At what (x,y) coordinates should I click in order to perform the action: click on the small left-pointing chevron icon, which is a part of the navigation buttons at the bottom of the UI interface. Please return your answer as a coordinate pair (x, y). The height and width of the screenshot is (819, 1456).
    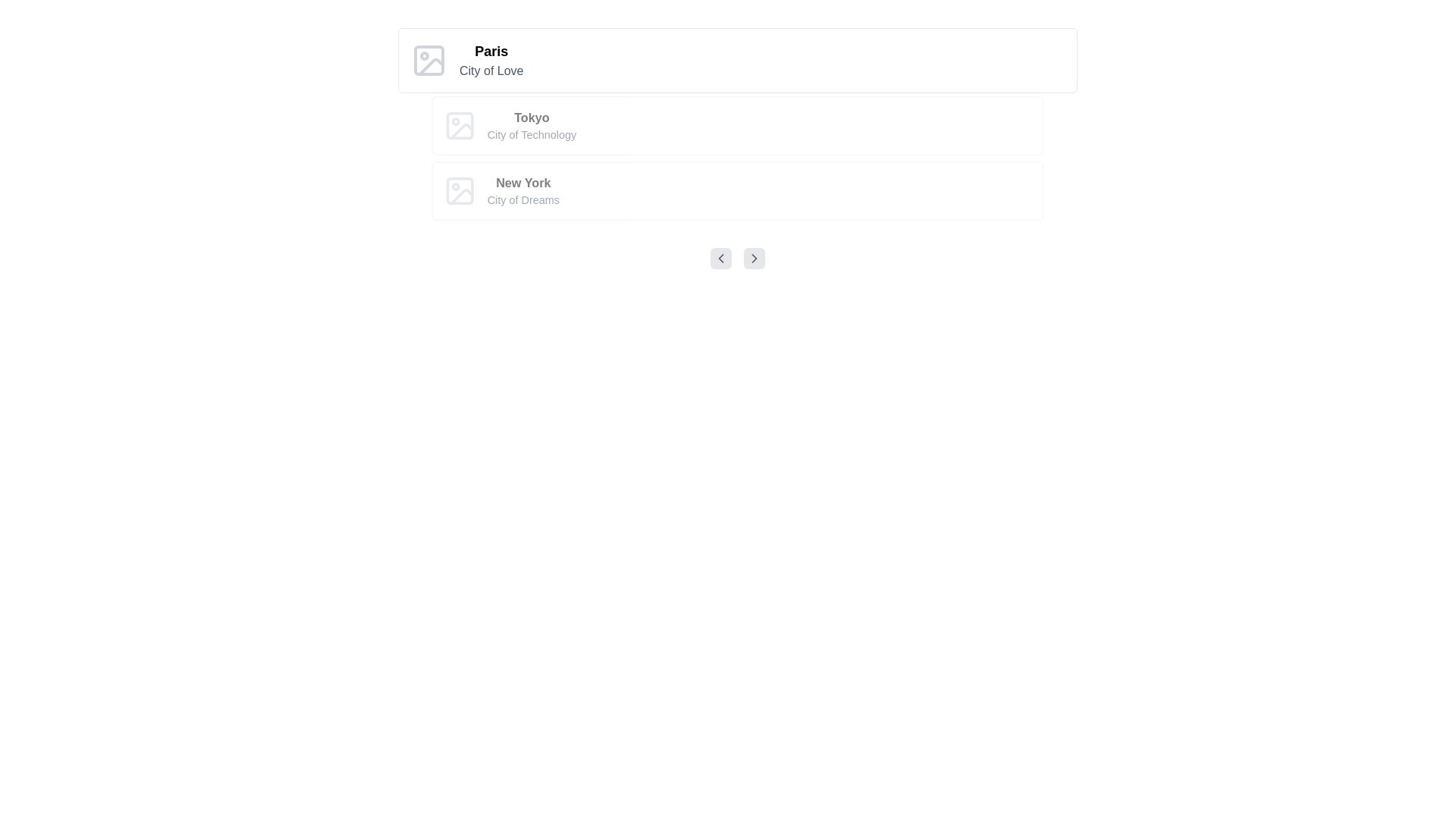
    Looking at the image, I should click on (720, 257).